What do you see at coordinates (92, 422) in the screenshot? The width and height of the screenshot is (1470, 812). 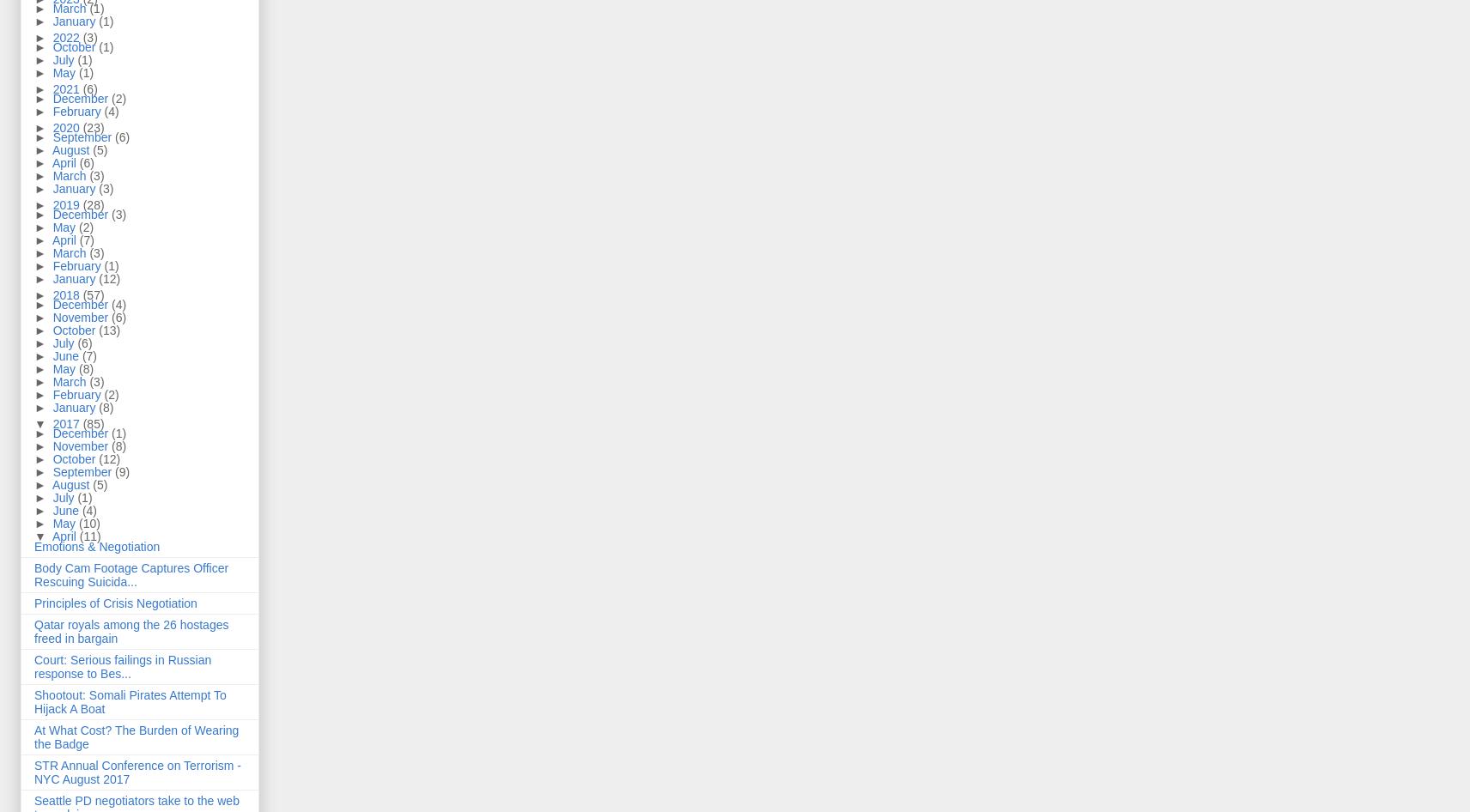 I see `'(85)'` at bounding box center [92, 422].